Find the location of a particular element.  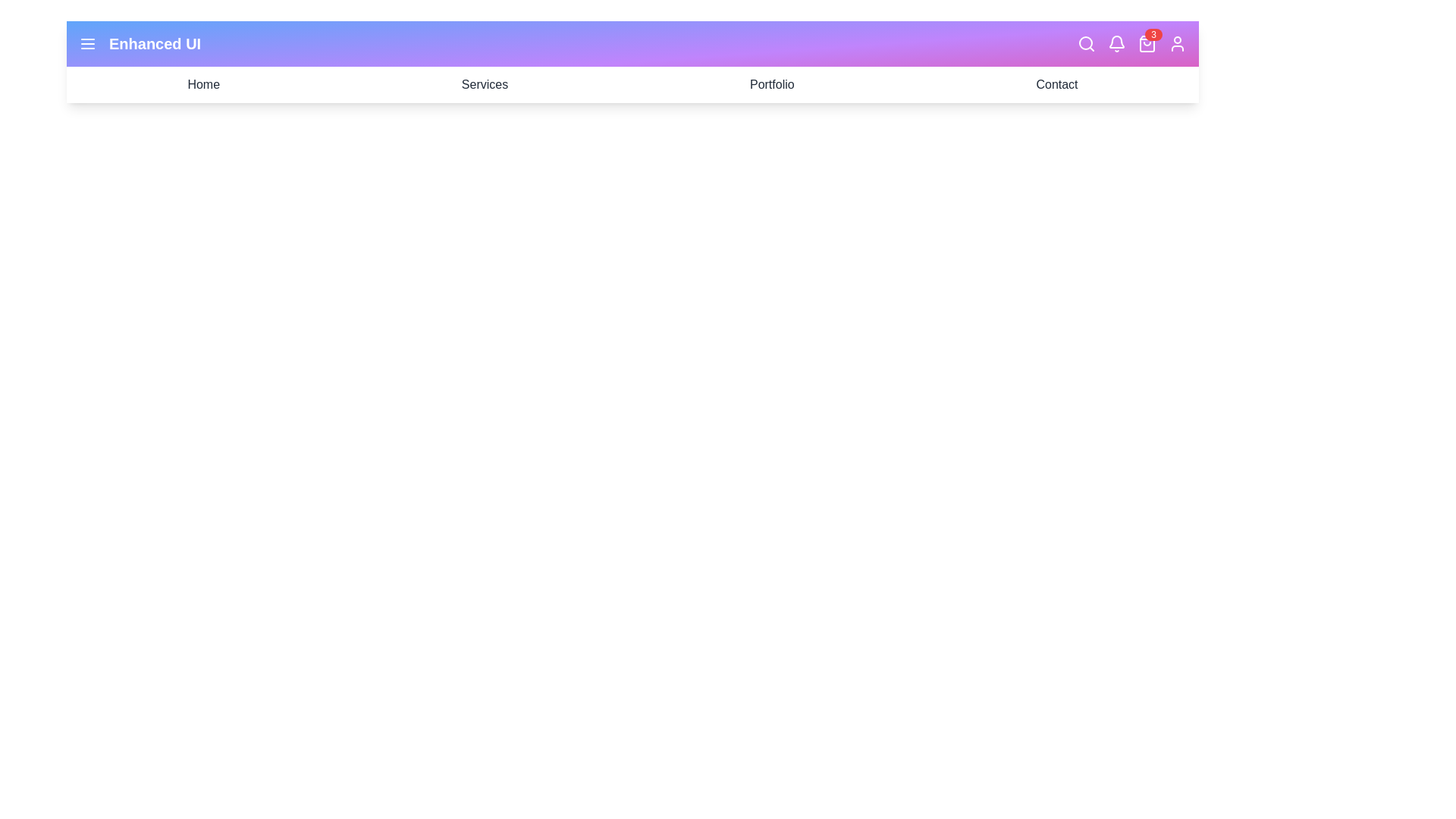

the bell icon to view notifications is located at coordinates (1117, 42).